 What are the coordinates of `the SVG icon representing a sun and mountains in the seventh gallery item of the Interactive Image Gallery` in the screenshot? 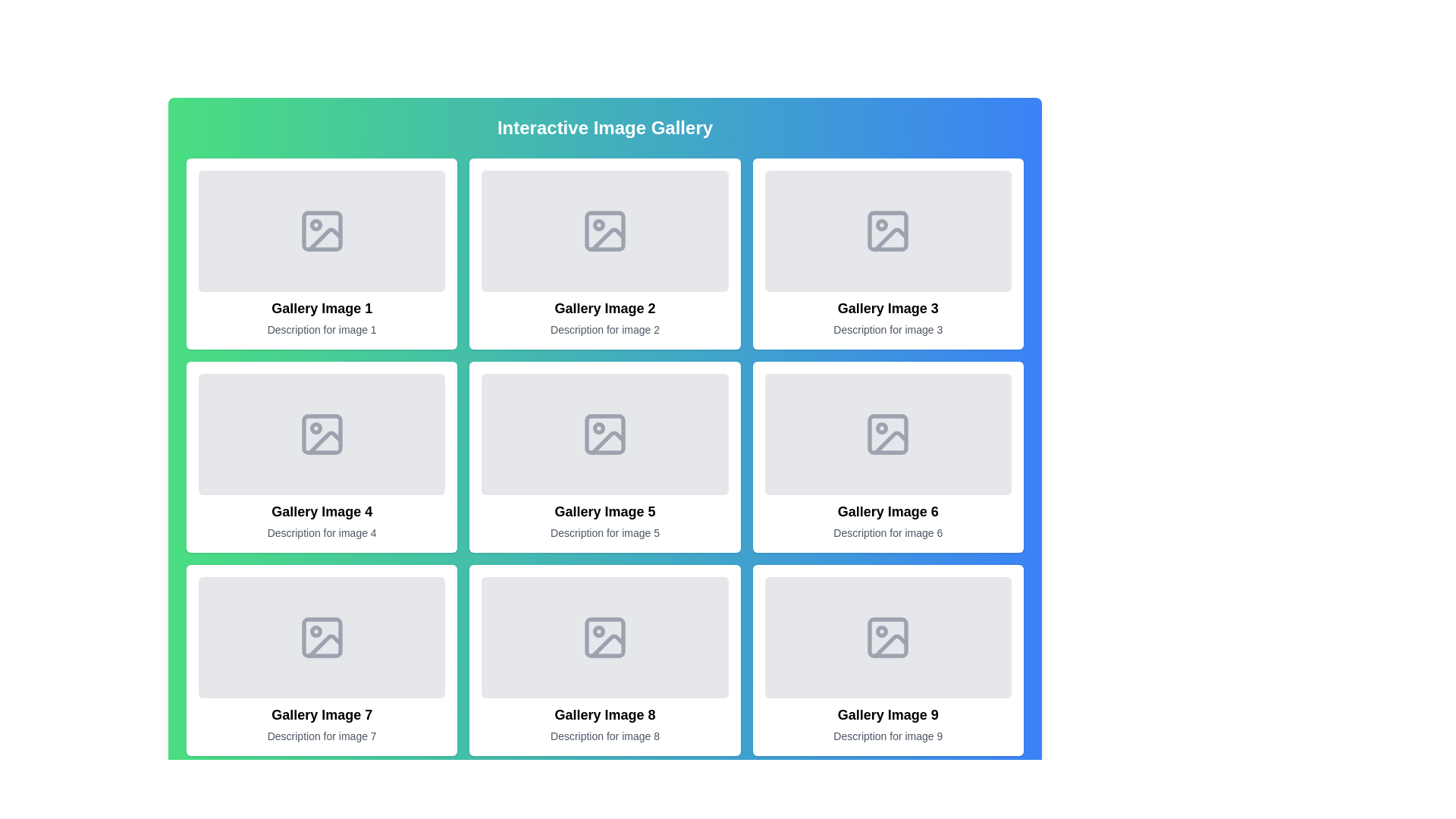 It's located at (321, 637).